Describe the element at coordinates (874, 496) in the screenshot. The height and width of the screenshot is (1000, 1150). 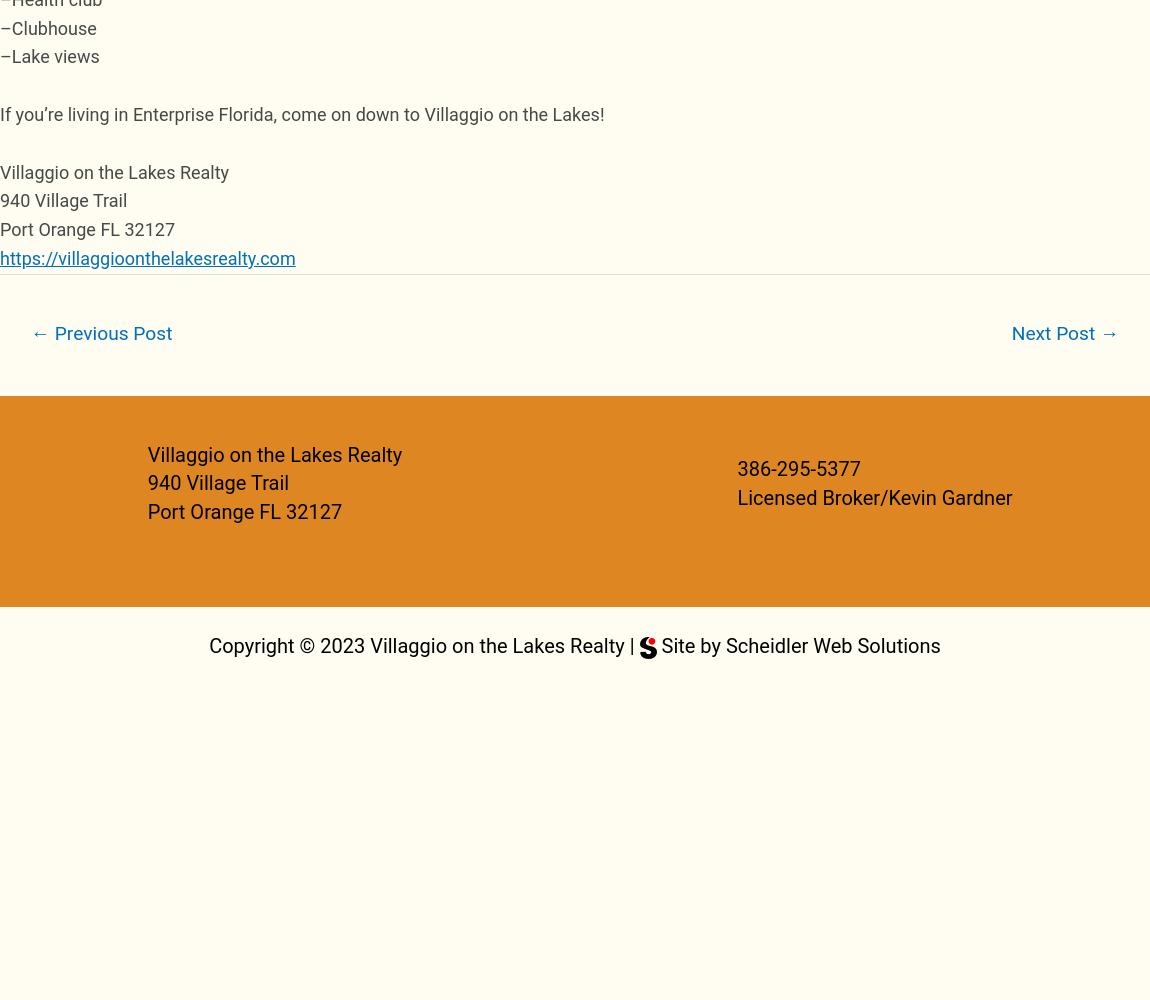
I see `'Licensed Broker/Kevin Gardner'` at that location.